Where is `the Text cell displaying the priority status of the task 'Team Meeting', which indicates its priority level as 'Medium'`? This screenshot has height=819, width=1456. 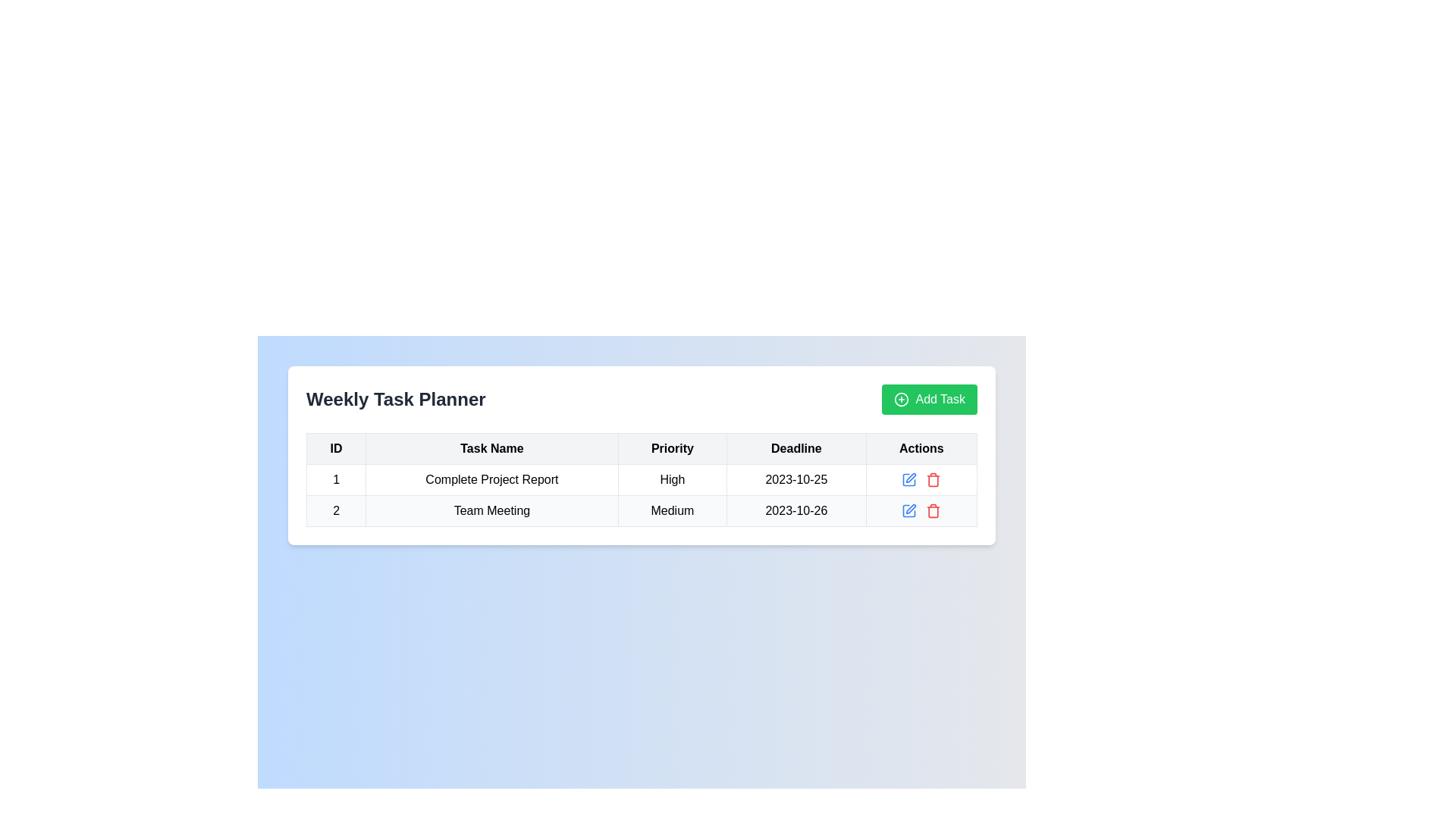 the Text cell displaying the priority status of the task 'Team Meeting', which indicates its priority level as 'Medium' is located at coordinates (671, 511).